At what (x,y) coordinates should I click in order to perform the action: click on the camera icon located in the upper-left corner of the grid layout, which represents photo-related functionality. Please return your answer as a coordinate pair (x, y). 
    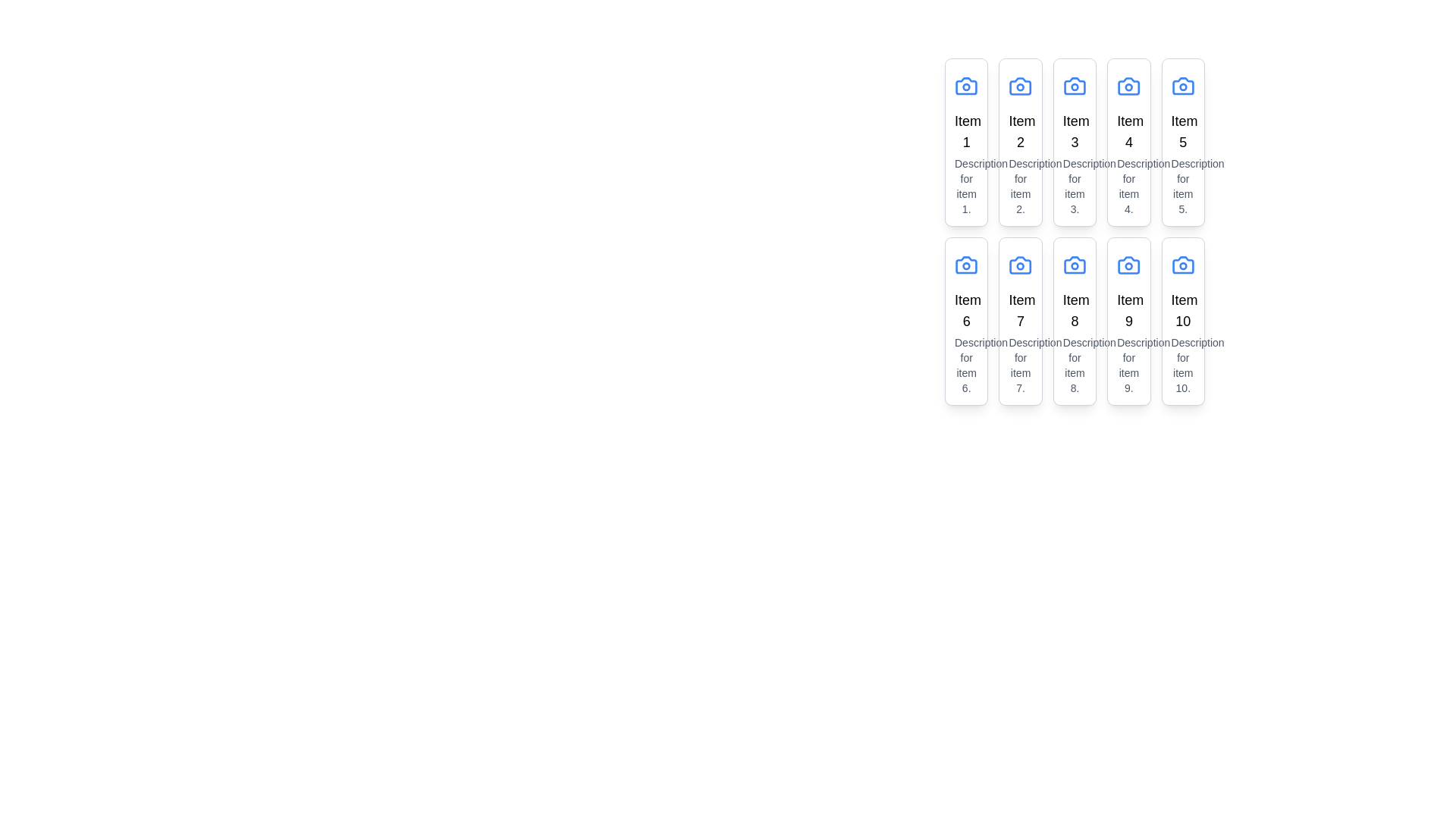
    Looking at the image, I should click on (965, 86).